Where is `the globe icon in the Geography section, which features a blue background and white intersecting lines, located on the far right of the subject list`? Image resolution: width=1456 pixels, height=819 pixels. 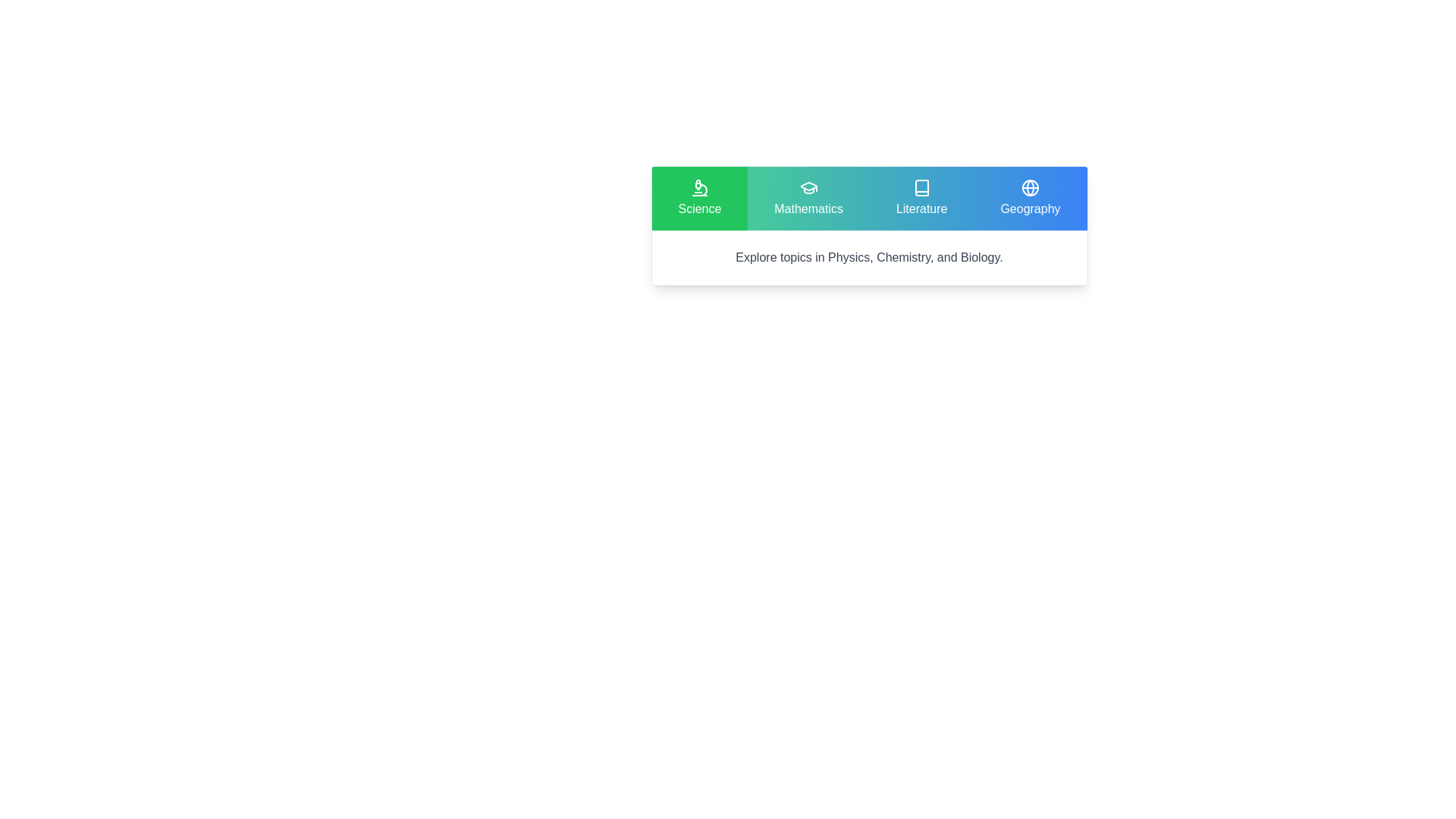 the globe icon in the Geography section, which features a blue background and white intersecting lines, located on the far right of the subject list is located at coordinates (1030, 187).